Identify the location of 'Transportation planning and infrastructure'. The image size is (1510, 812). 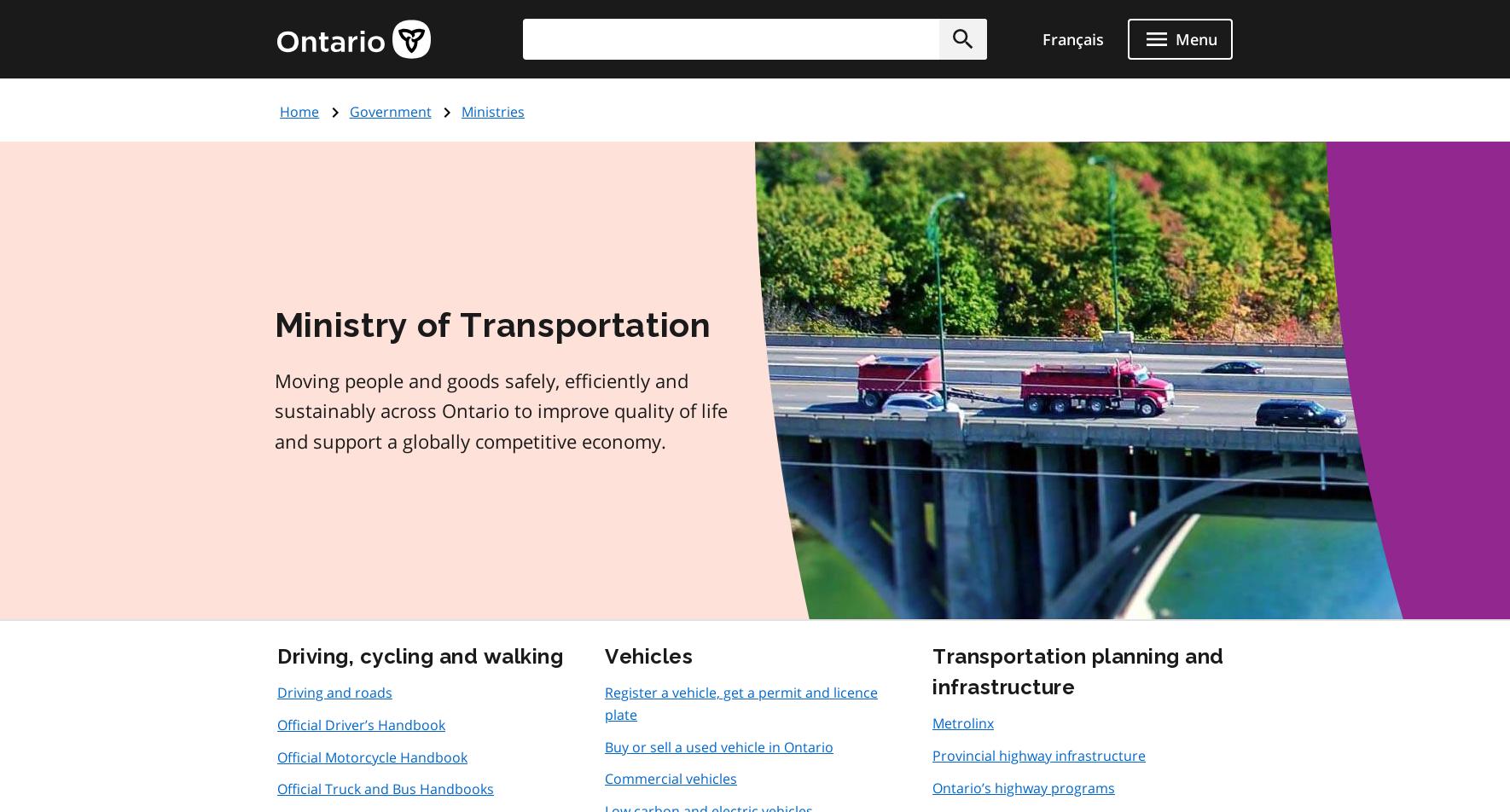
(1077, 671).